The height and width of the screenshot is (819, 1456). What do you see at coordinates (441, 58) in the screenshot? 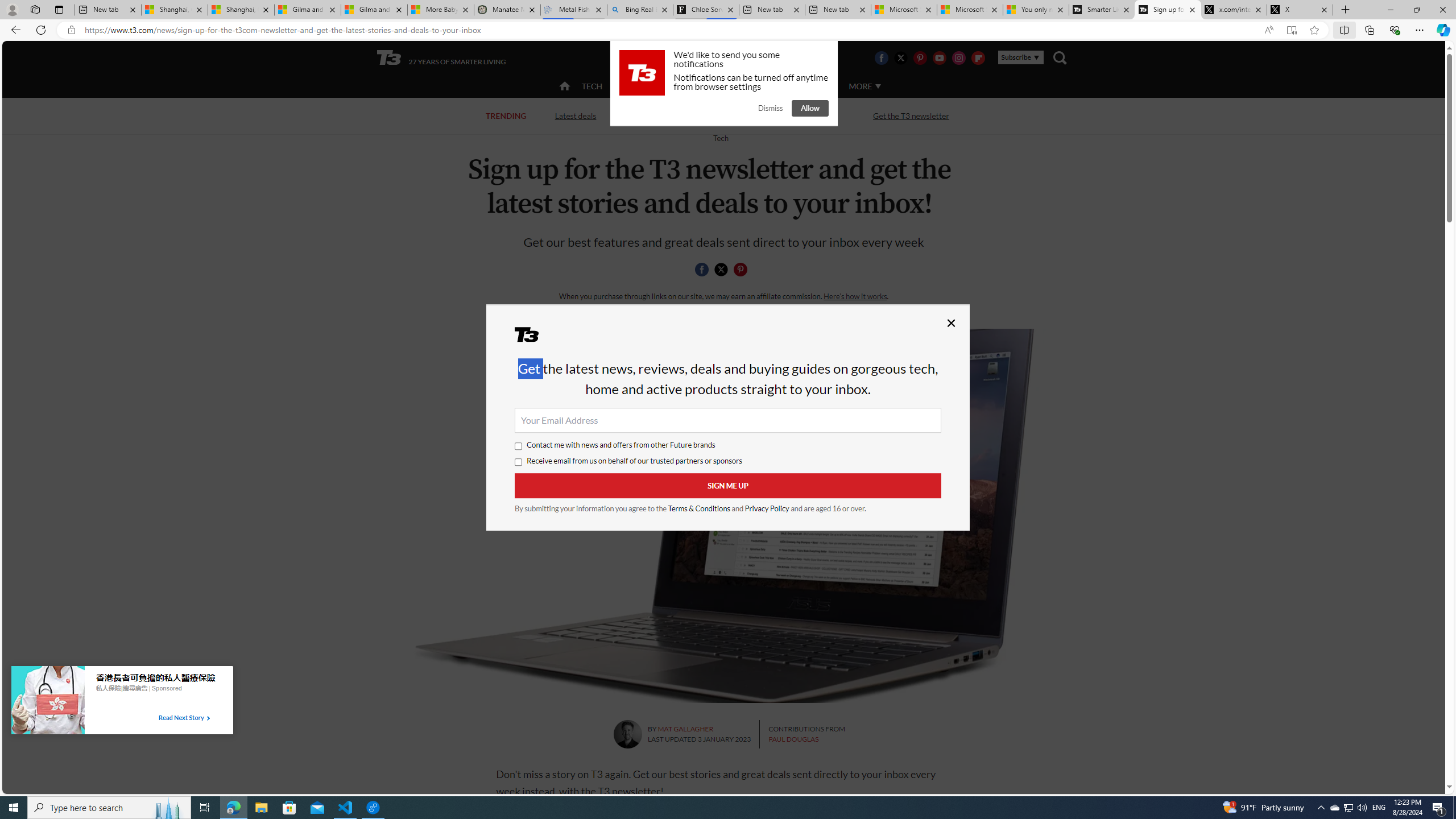
I see `'T3 27 YEARS OF SMARTER LIVING'` at bounding box center [441, 58].